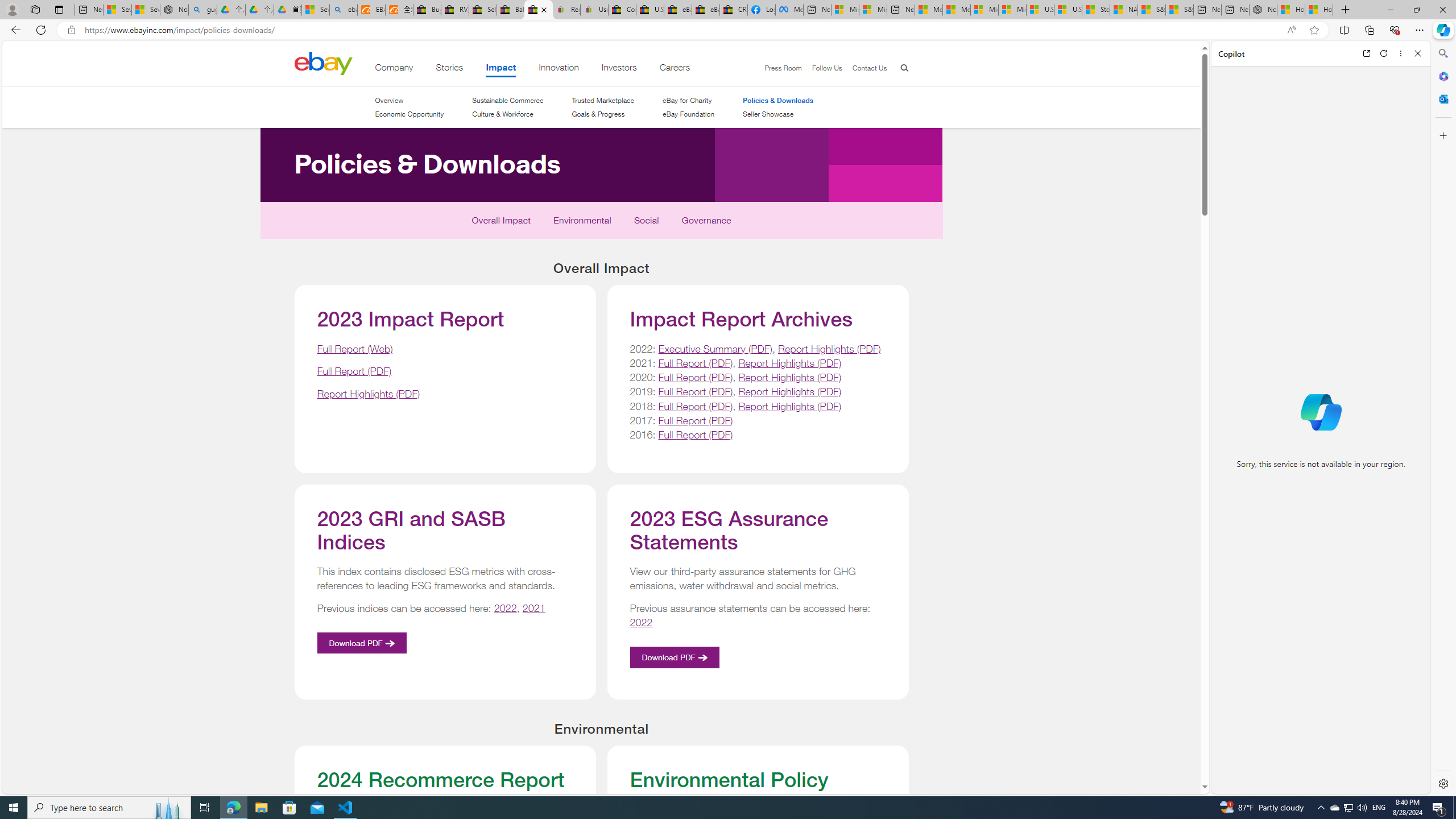  What do you see at coordinates (1442, 98) in the screenshot?
I see `'Outlook'` at bounding box center [1442, 98].